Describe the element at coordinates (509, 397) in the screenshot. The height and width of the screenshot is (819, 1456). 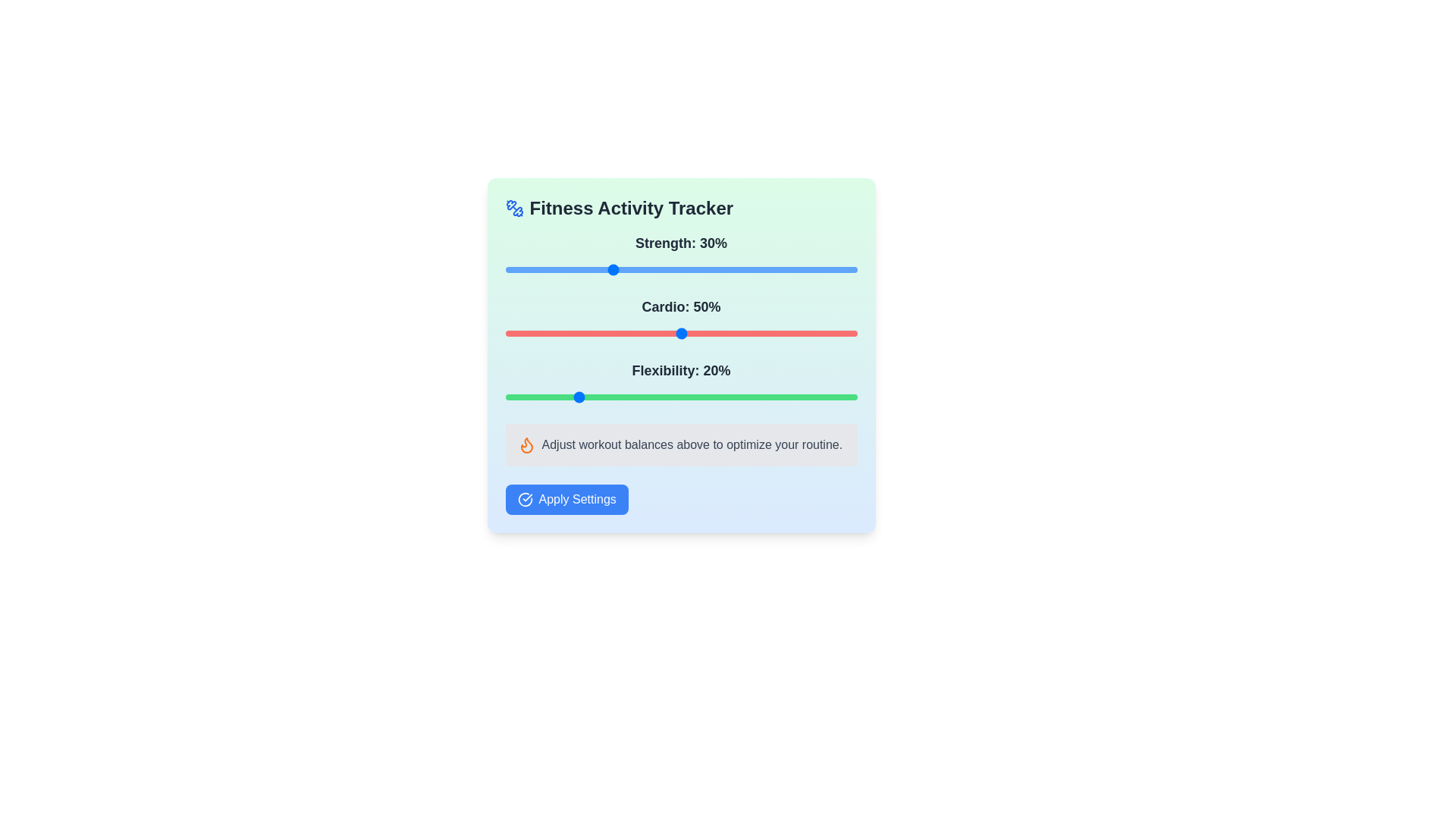
I see `the flexibility level` at that location.